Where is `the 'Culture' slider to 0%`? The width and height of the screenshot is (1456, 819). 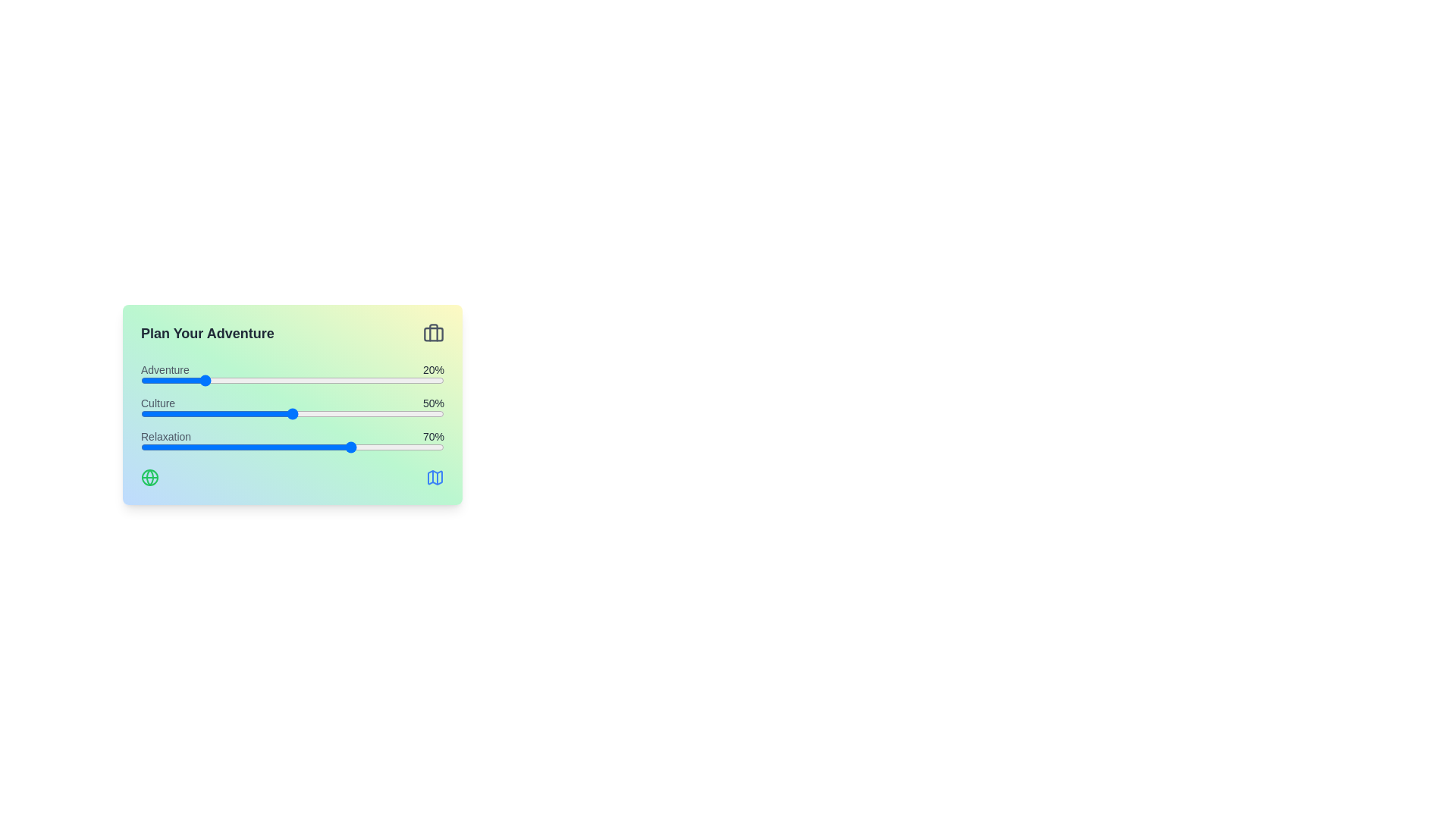
the 'Culture' slider to 0% is located at coordinates (141, 414).